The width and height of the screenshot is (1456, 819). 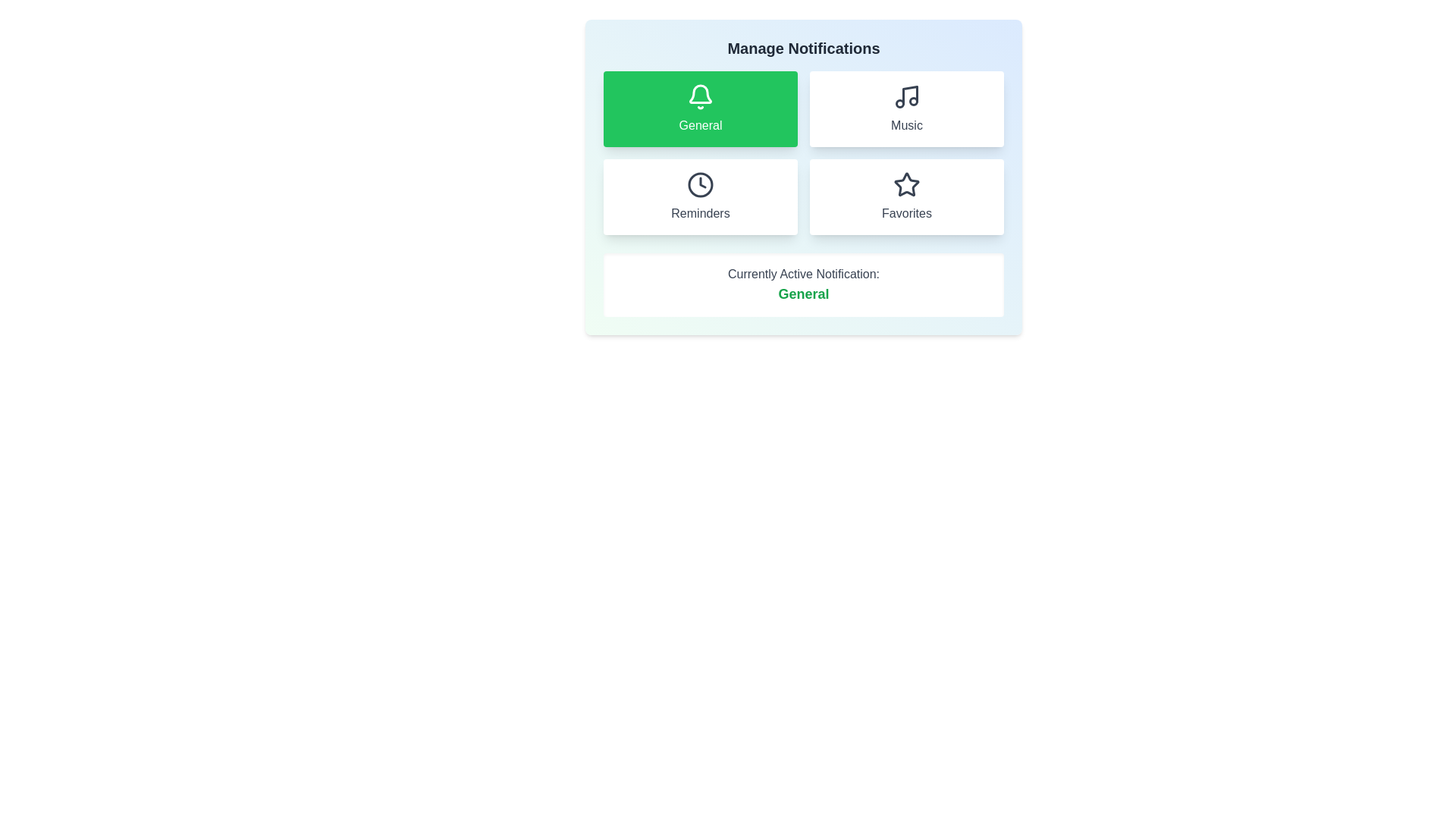 What do you see at coordinates (700, 108) in the screenshot?
I see `the notification category General` at bounding box center [700, 108].